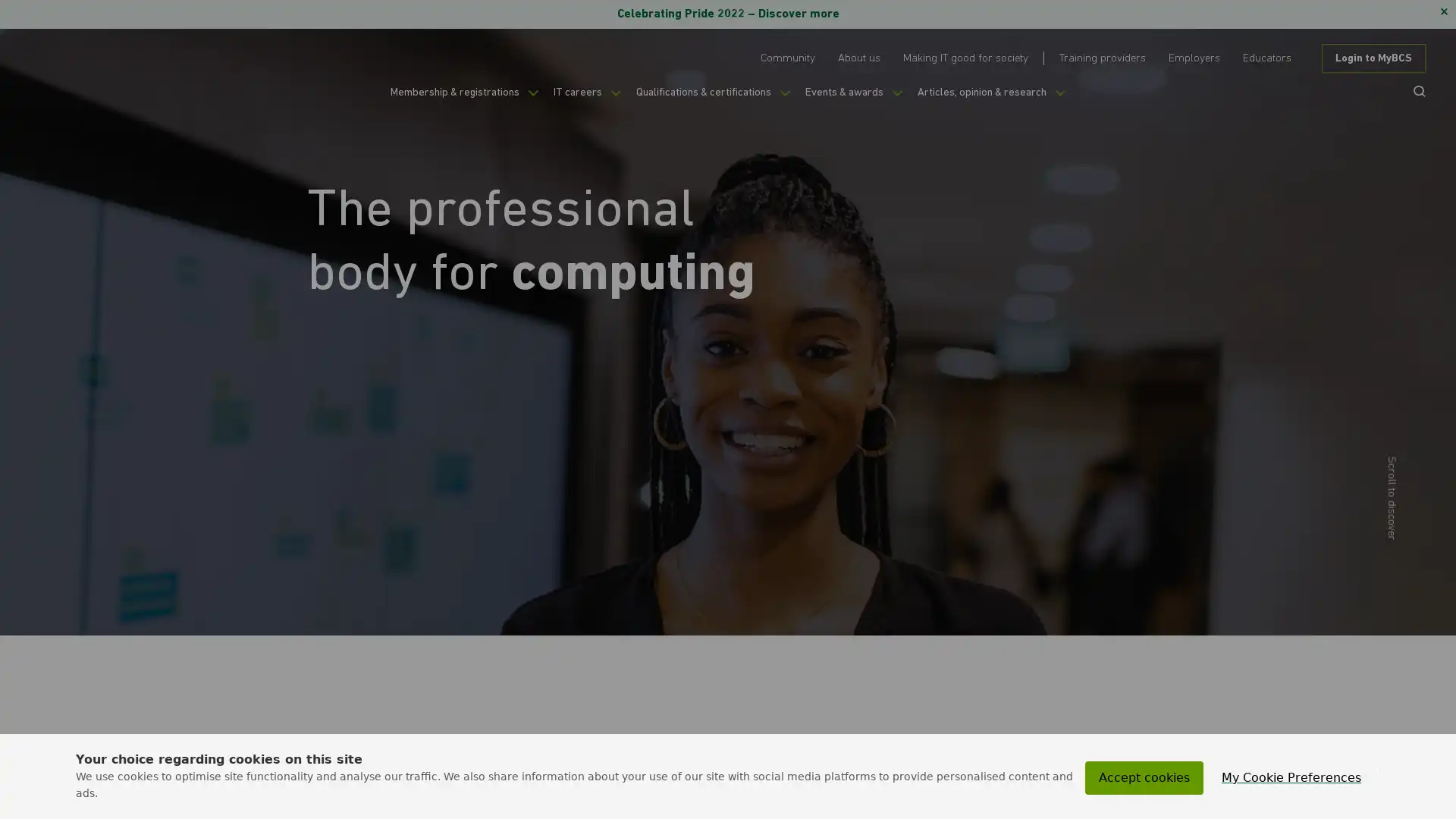  What do you see at coordinates (867, 100) in the screenshot?
I see `Events & awards` at bounding box center [867, 100].